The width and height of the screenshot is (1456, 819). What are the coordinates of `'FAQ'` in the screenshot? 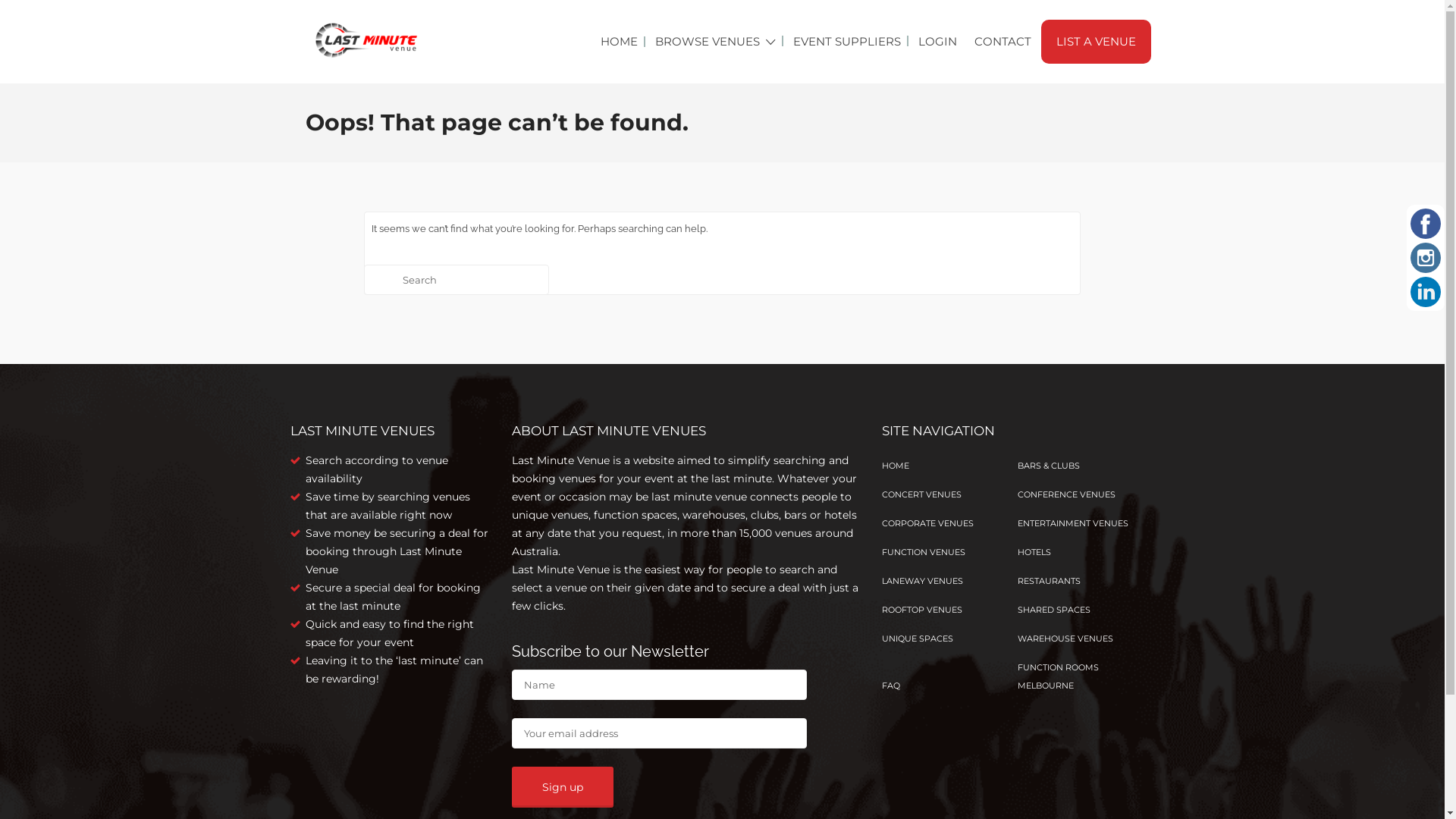 It's located at (890, 685).